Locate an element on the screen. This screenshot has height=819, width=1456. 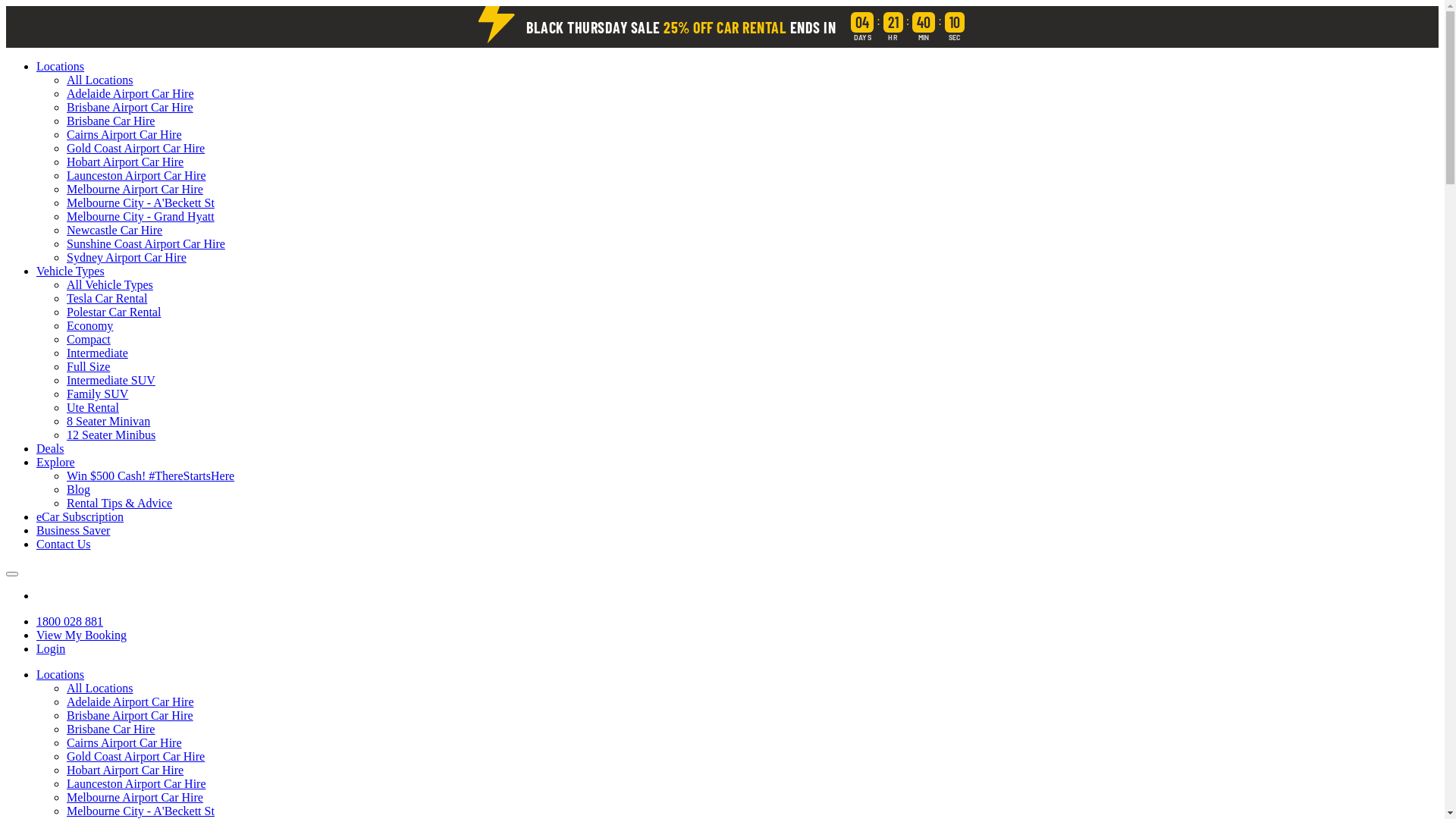
'Launceston Airport Car Hire' is located at coordinates (136, 174).